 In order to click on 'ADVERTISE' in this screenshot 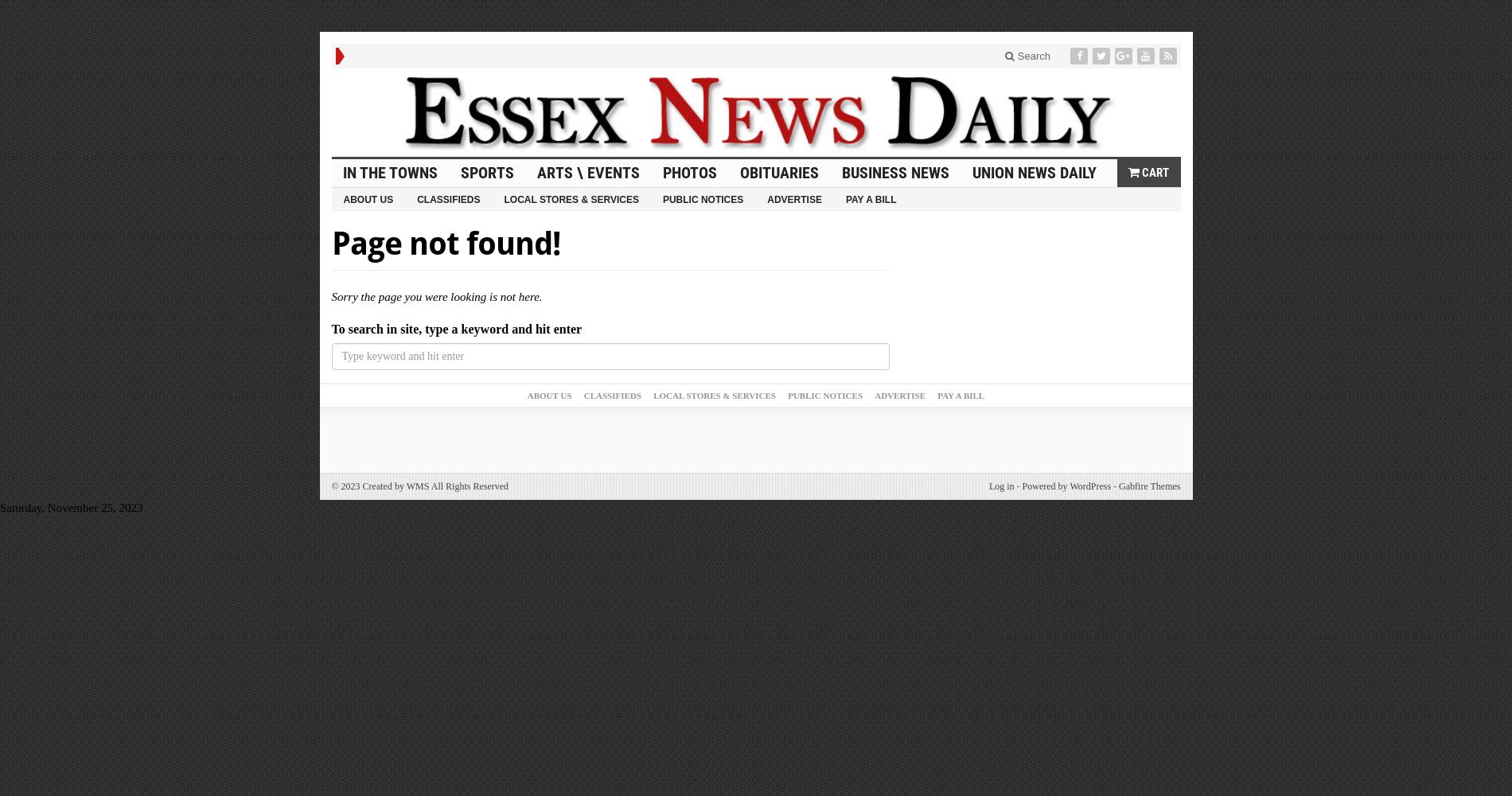, I will do `click(900, 395)`.